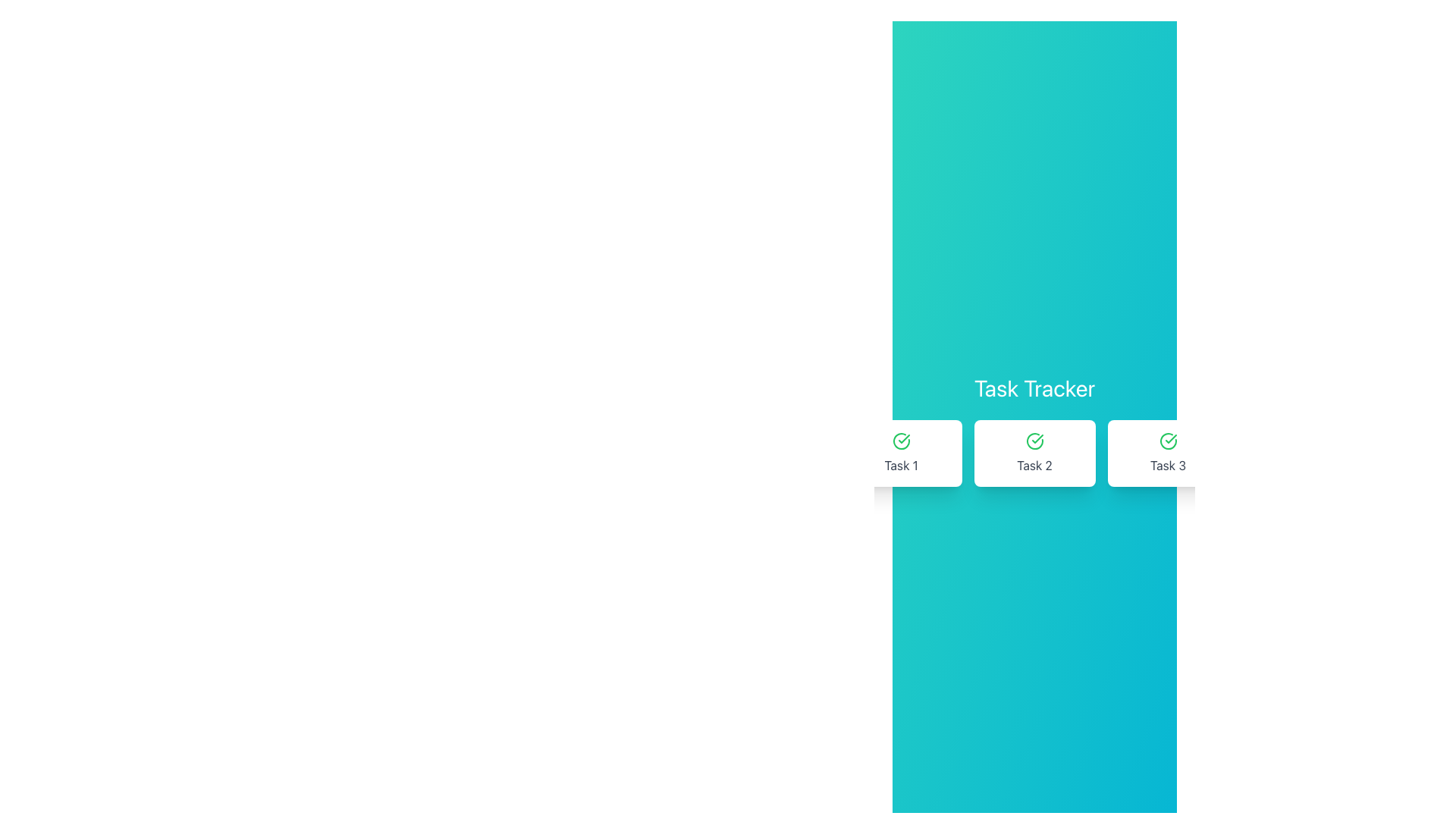 Image resolution: width=1456 pixels, height=819 pixels. What do you see at coordinates (901, 464) in the screenshot?
I see `the 'Task 1' text label, which is styled in gray and` at bounding box center [901, 464].